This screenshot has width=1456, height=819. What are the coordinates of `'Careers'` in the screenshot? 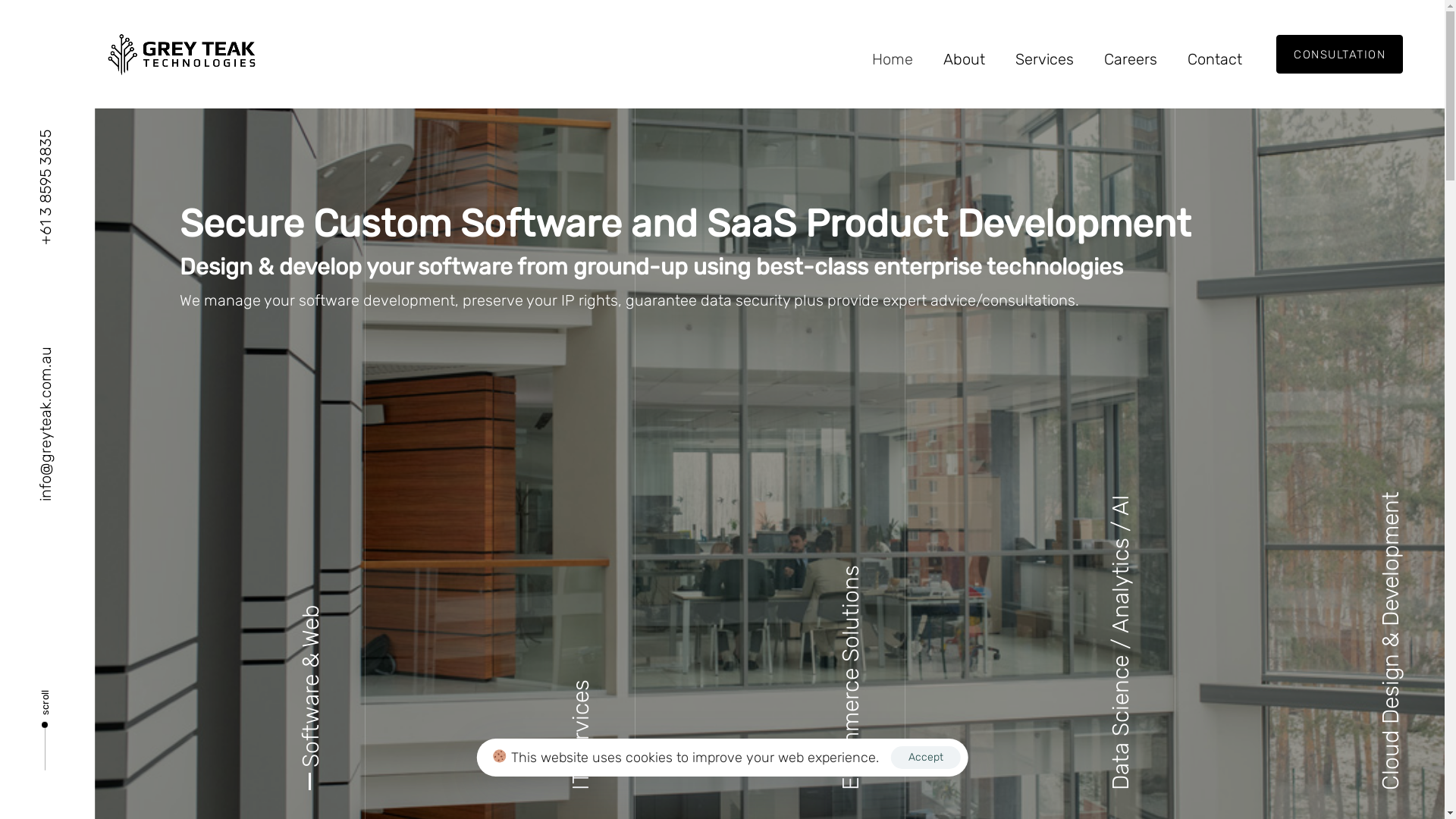 It's located at (1131, 58).